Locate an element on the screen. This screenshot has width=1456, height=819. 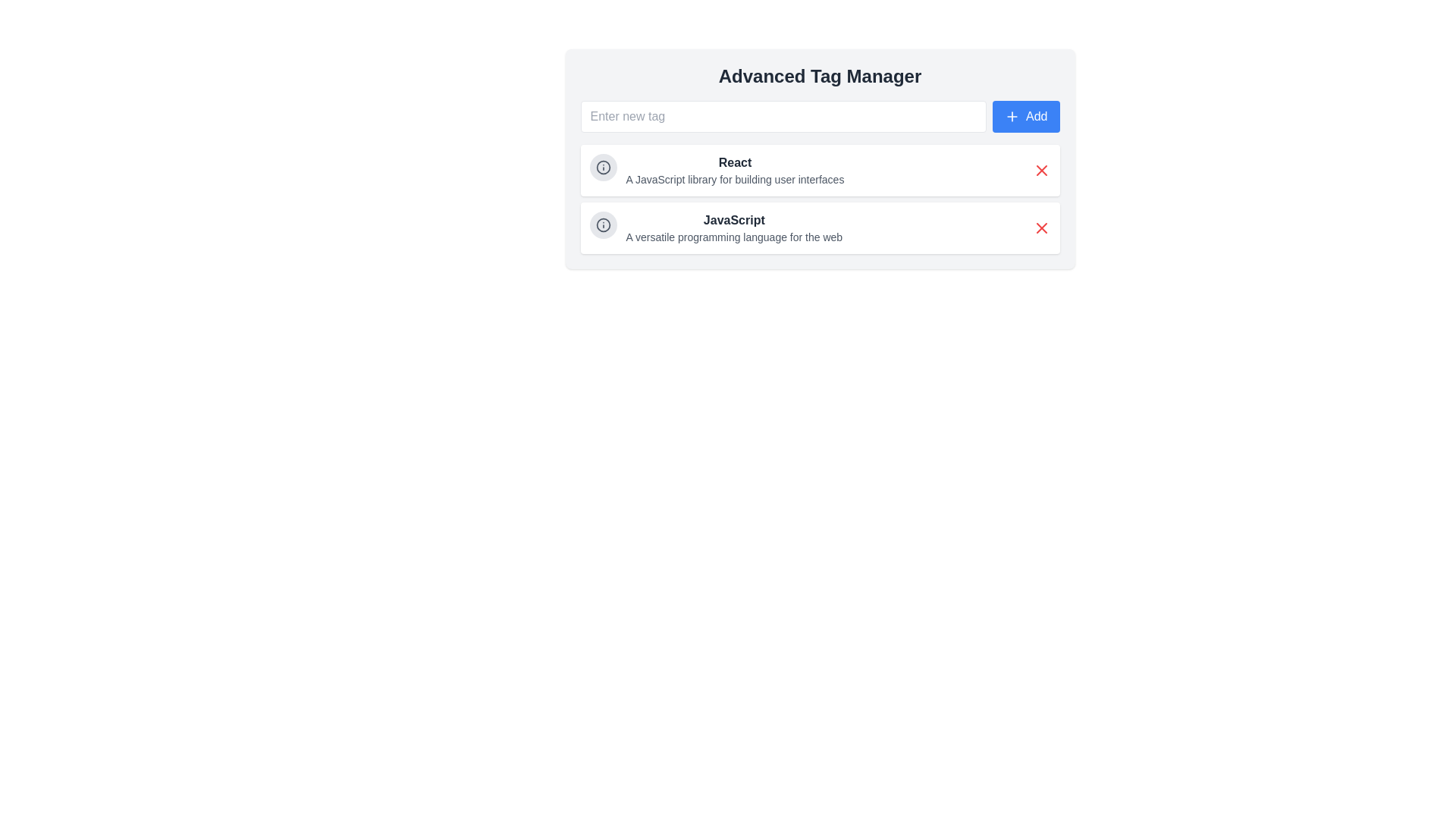
the Text Display element containing the title 'React' and the subtitle 'A JavaScript library for building user interfaces', which is the first item in a vertical list is located at coordinates (735, 170).